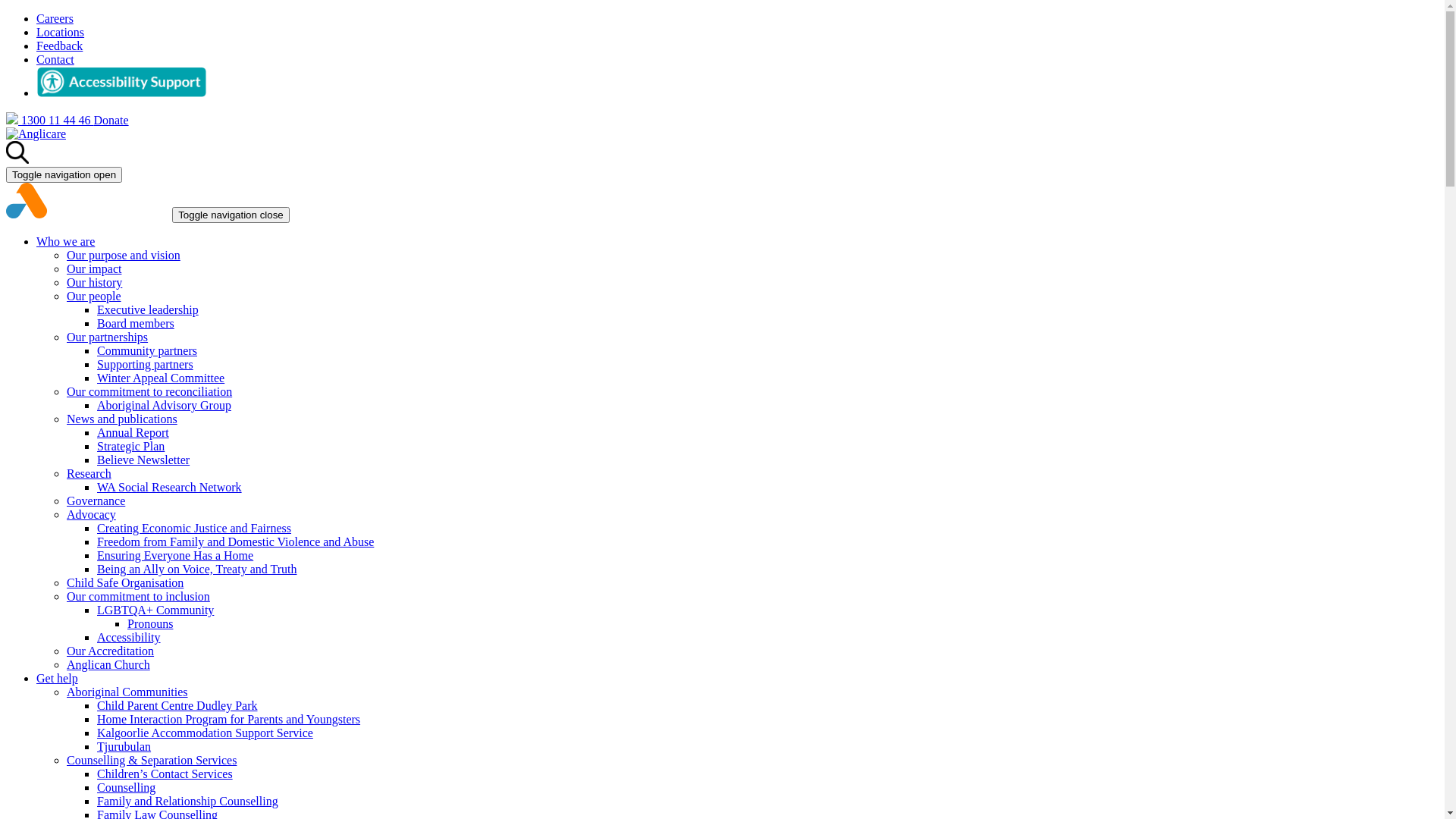 This screenshot has width=1456, height=819. I want to click on 'WA Social Research Network', so click(169, 487).